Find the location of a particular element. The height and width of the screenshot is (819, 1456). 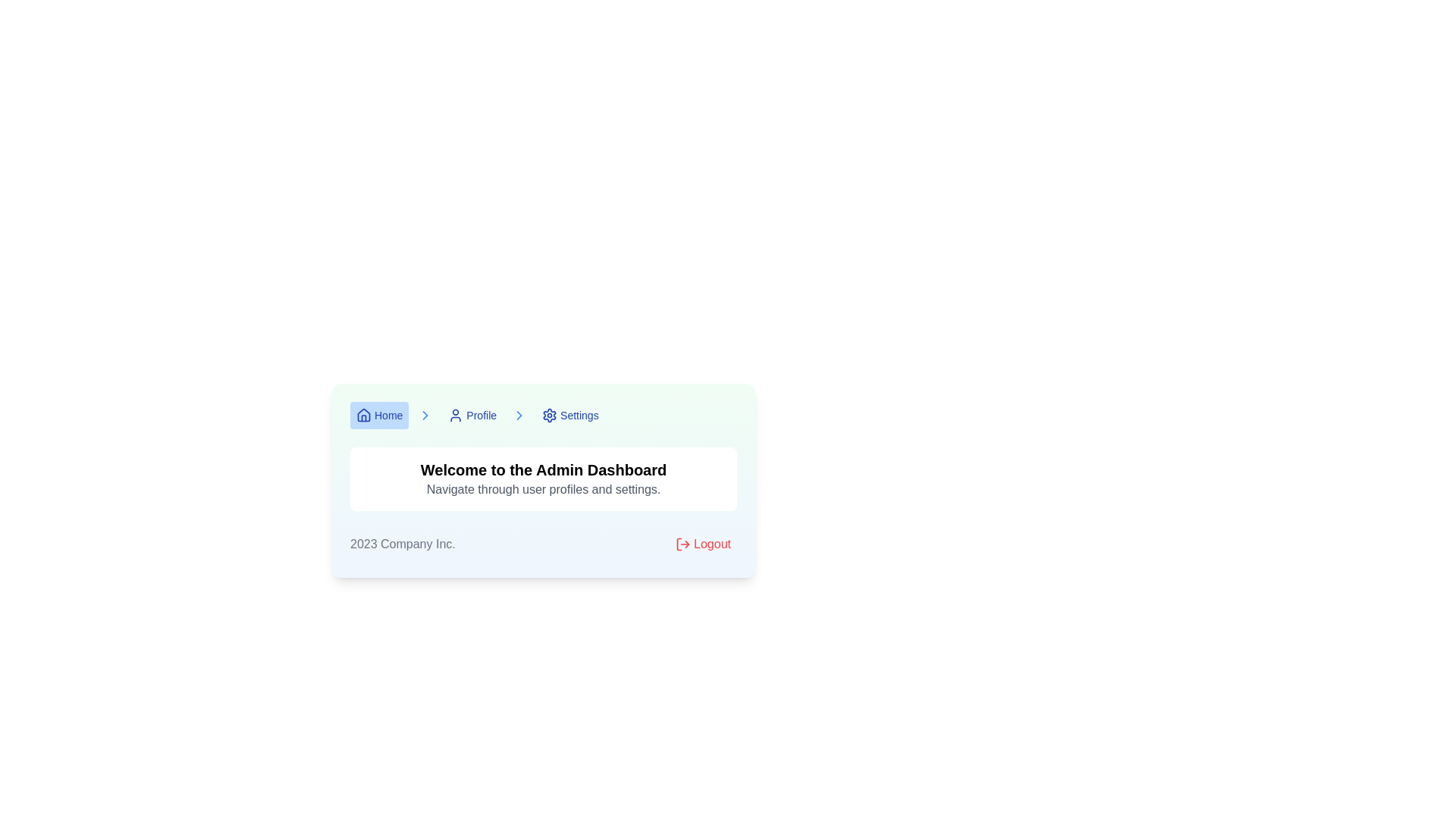

the right-pointing chevron icon located between the 'Profile' and 'Settings' links in the navigation bar is located at coordinates (425, 415).